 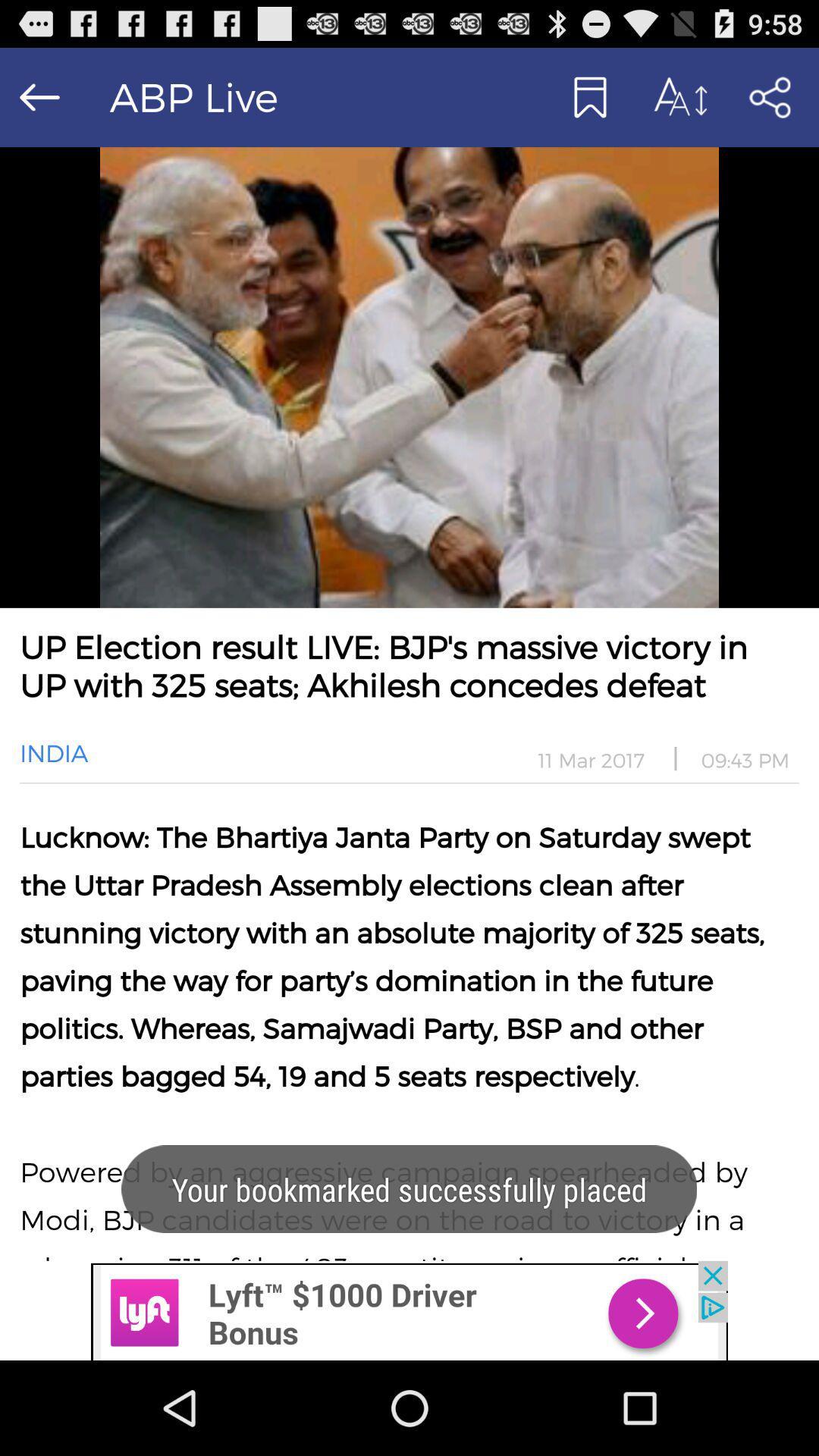 What do you see at coordinates (769, 103) in the screenshot?
I see `the share icon` at bounding box center [769, 103].